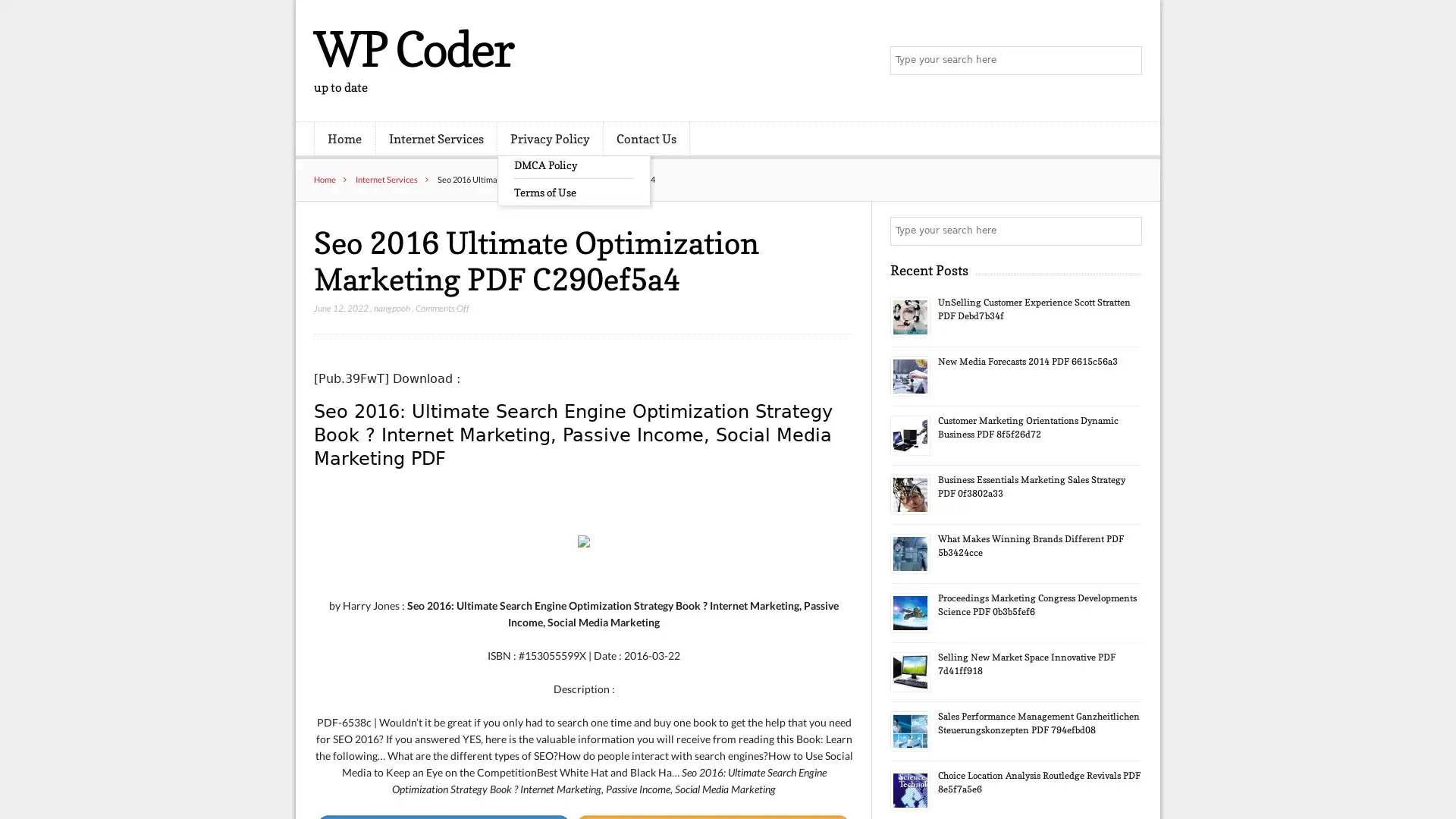 This screenshot has width=1456, height=819. I want to click on Search, so click(1126, 61).